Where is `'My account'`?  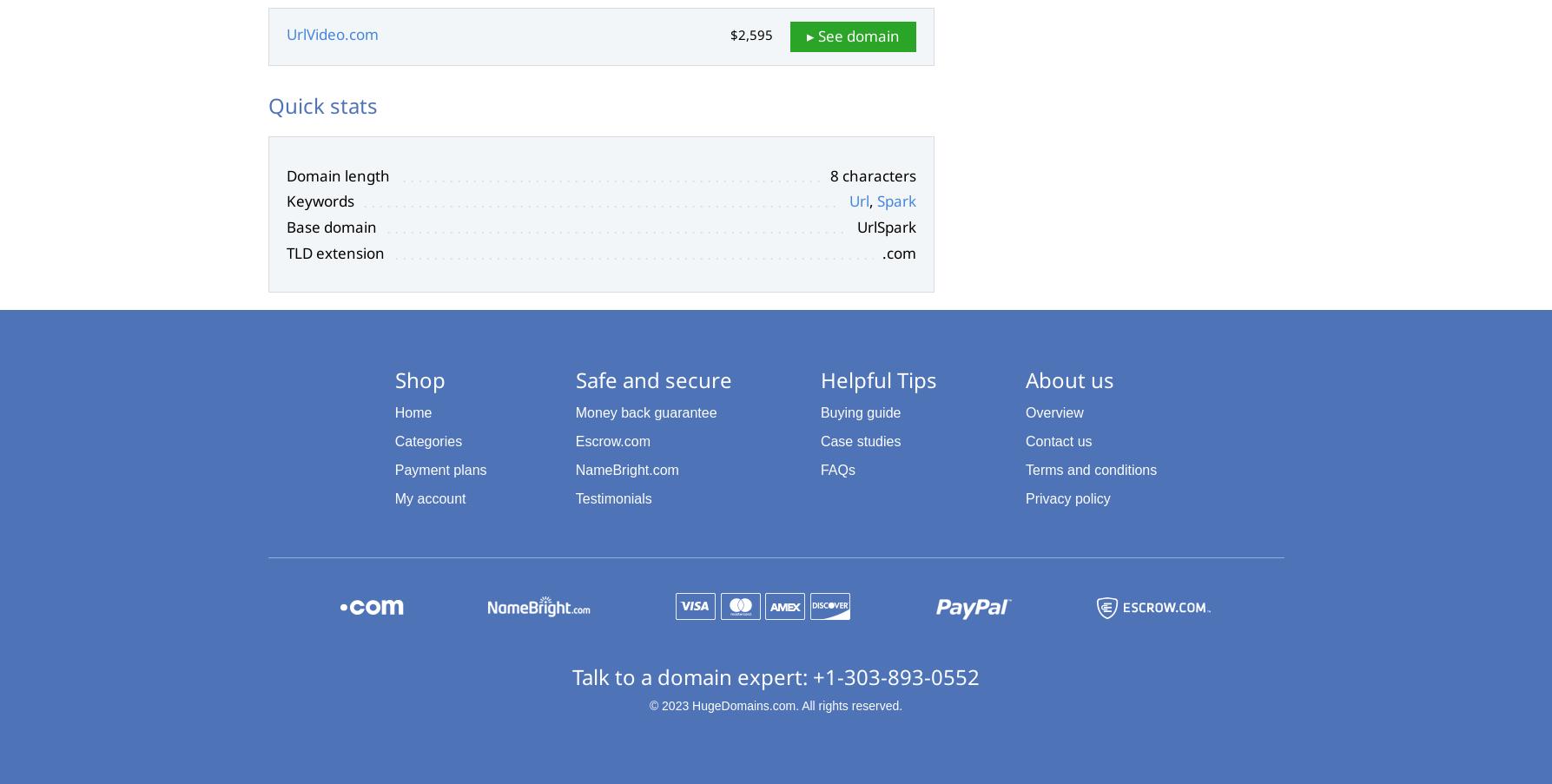 'My account' is located at coordinates (394, 497).